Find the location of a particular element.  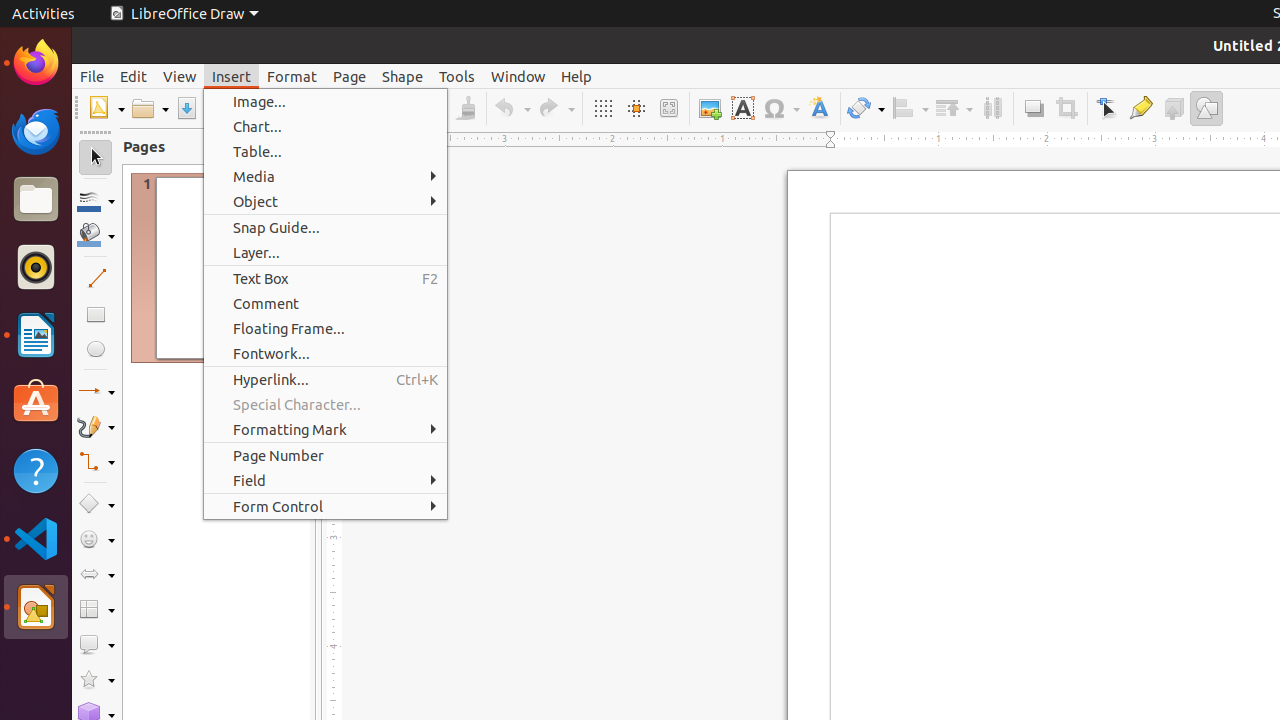

'Shadow' is located at coordinates (1033, 108).